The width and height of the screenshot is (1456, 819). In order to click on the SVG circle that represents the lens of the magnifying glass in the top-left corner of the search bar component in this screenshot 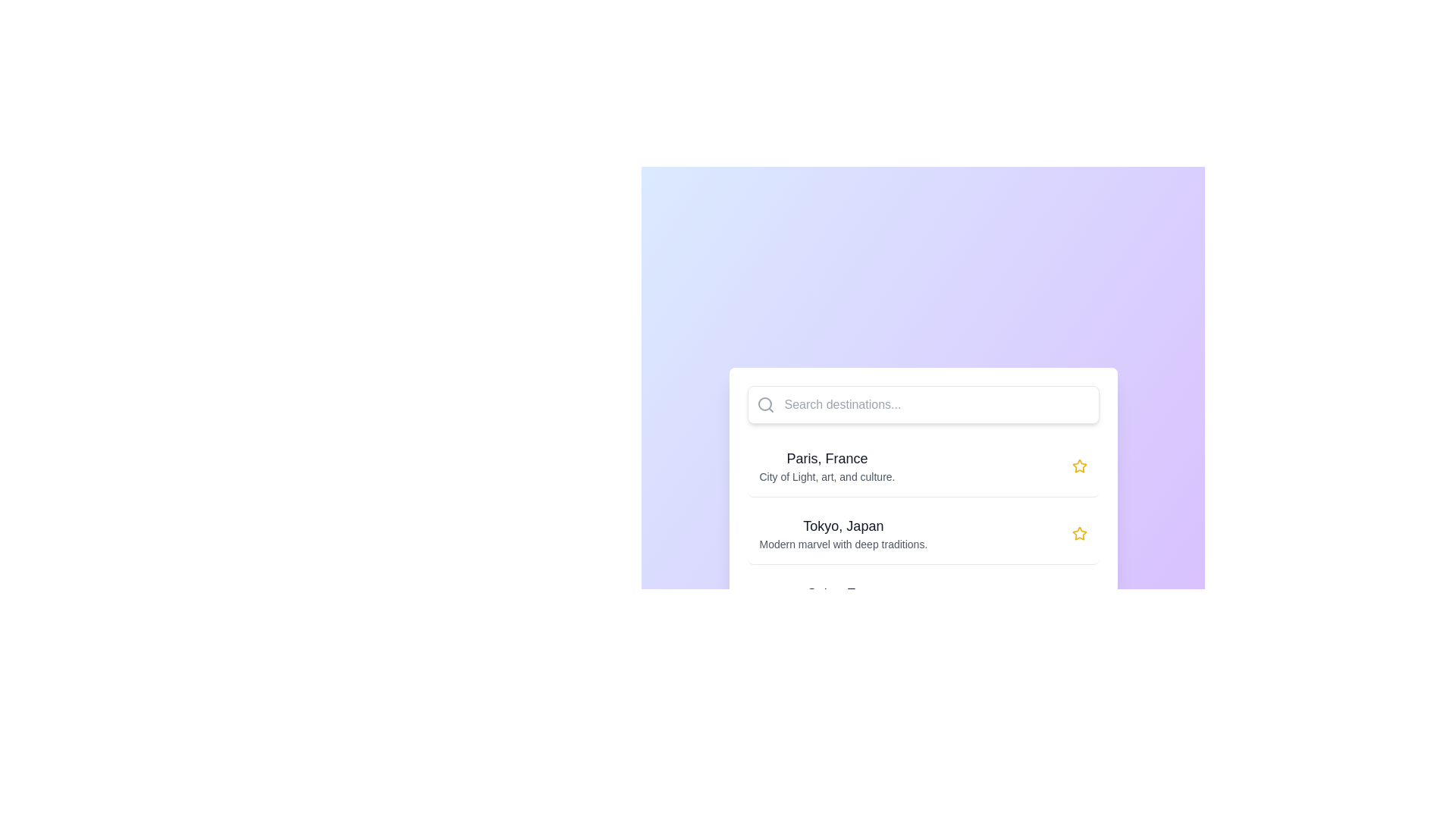, I will do `click(764, 403)`.